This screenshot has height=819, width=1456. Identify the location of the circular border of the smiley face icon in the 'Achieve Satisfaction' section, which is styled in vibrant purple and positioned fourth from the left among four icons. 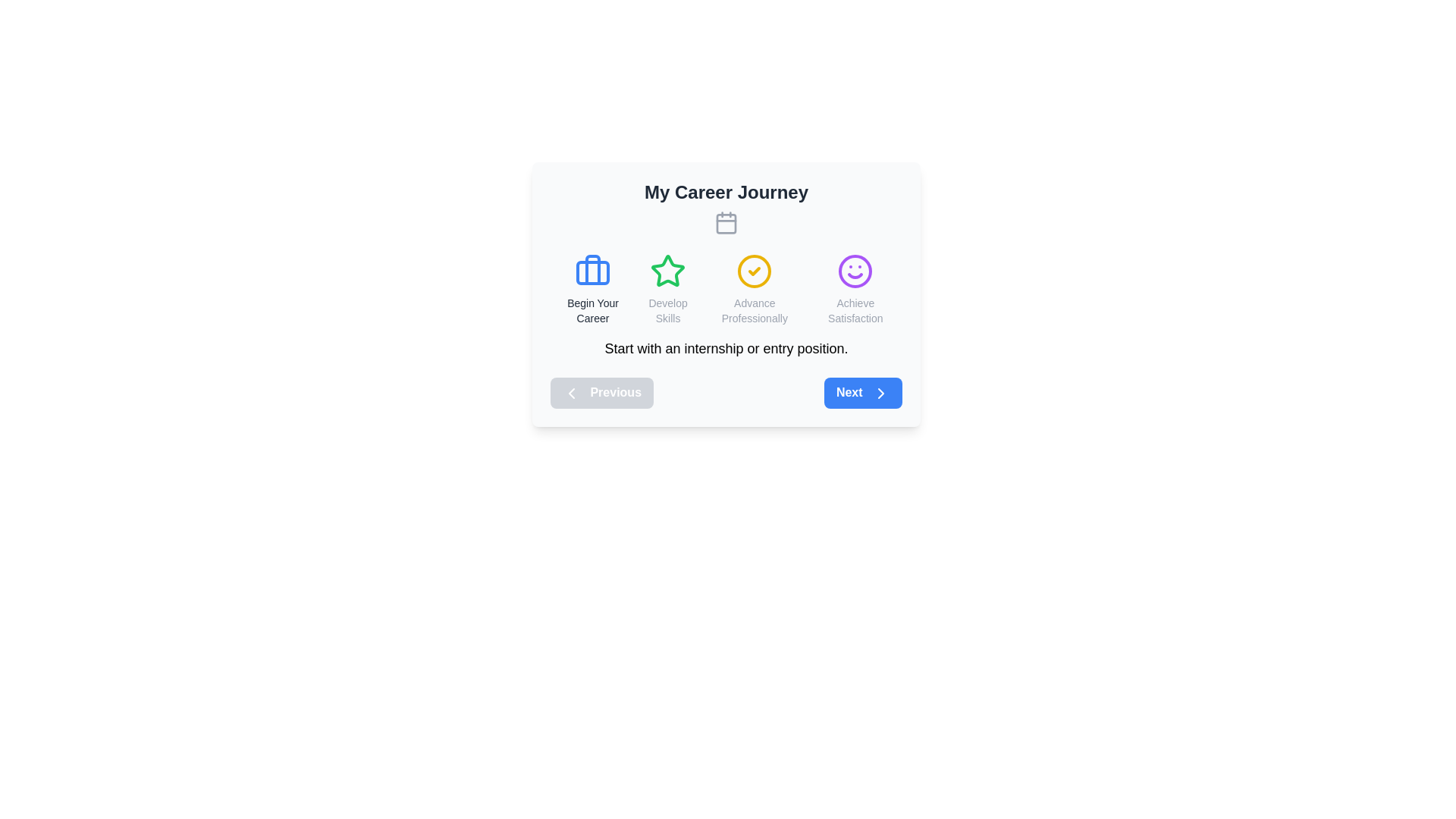
(855, 271).